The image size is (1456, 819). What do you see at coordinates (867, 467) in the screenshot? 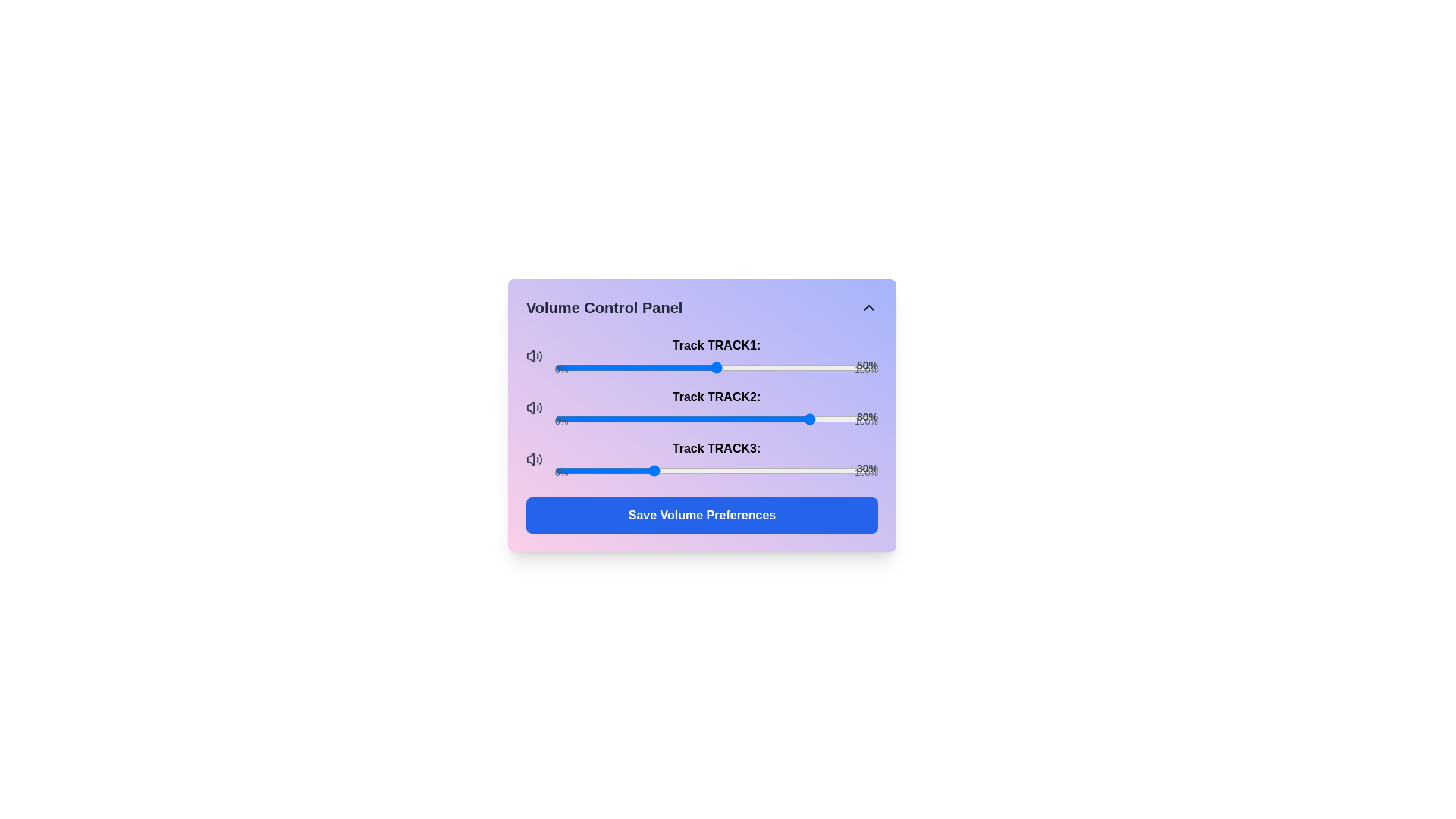
I see `the Text Label displaying '30%' which is styled in bold small font and colored gray, located at the far right end of the slider for 'Track TRACK3:'` at bounding box center [867, 467].